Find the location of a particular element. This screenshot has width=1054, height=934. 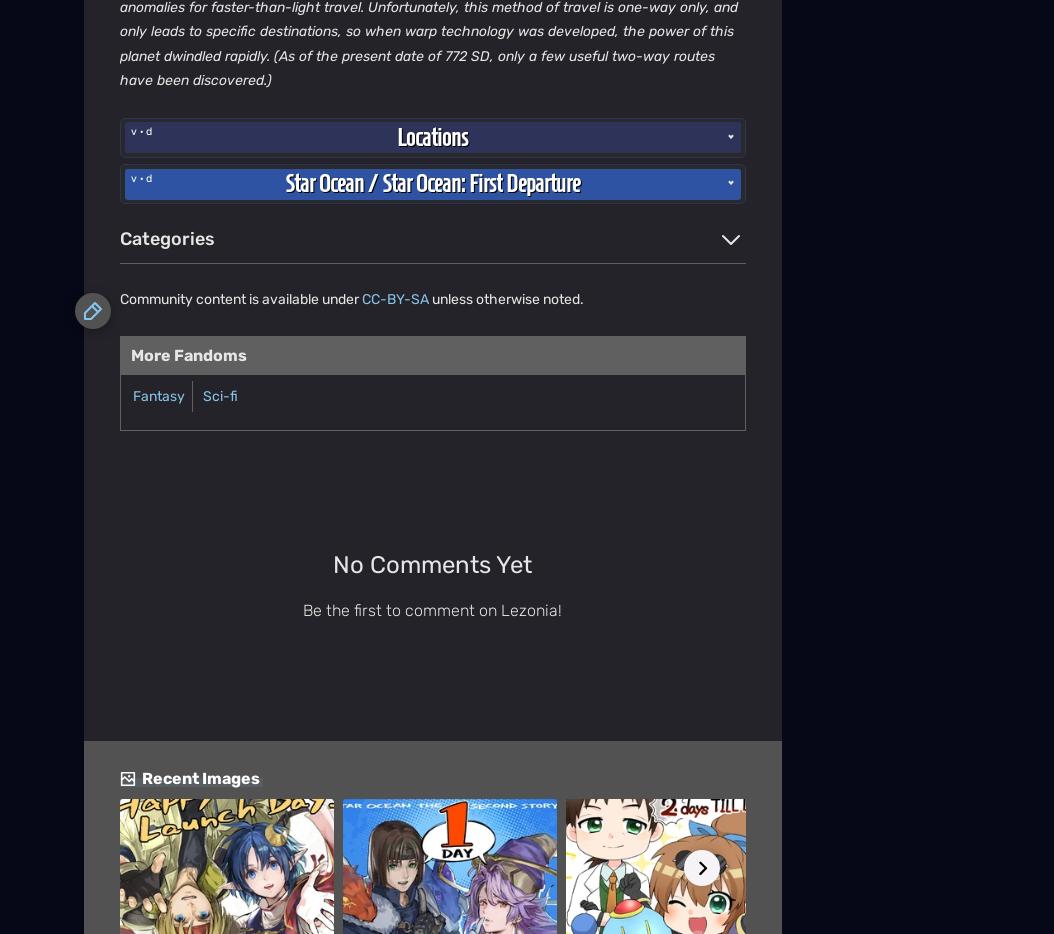

'Local Sitemap' is located at coordinates (613, 40).